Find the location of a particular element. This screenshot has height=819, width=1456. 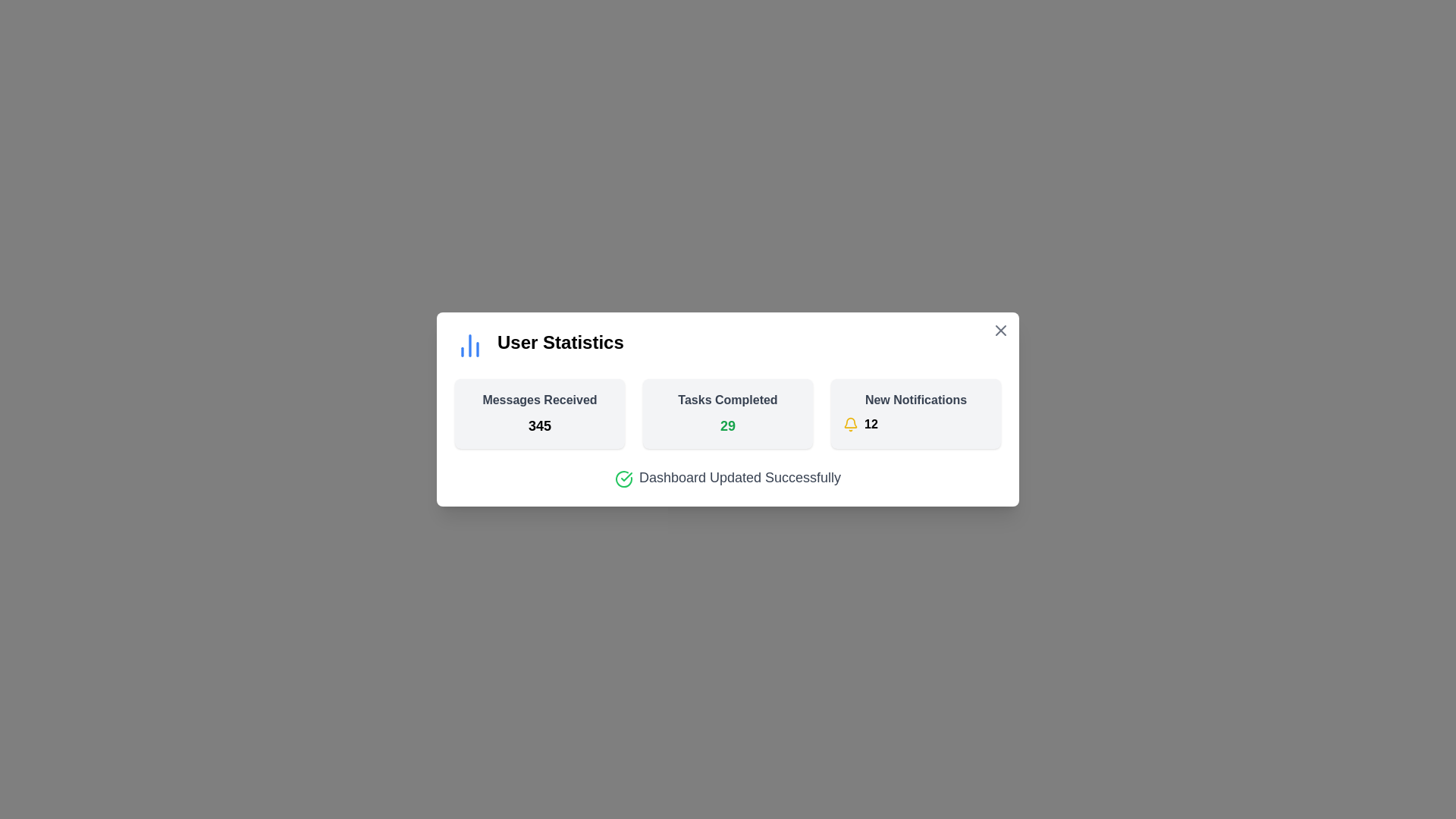

displayed text on the statistics card showing 'Messages Received' with the value '345' in bold gray and black font is located at coordinates (539, 414).